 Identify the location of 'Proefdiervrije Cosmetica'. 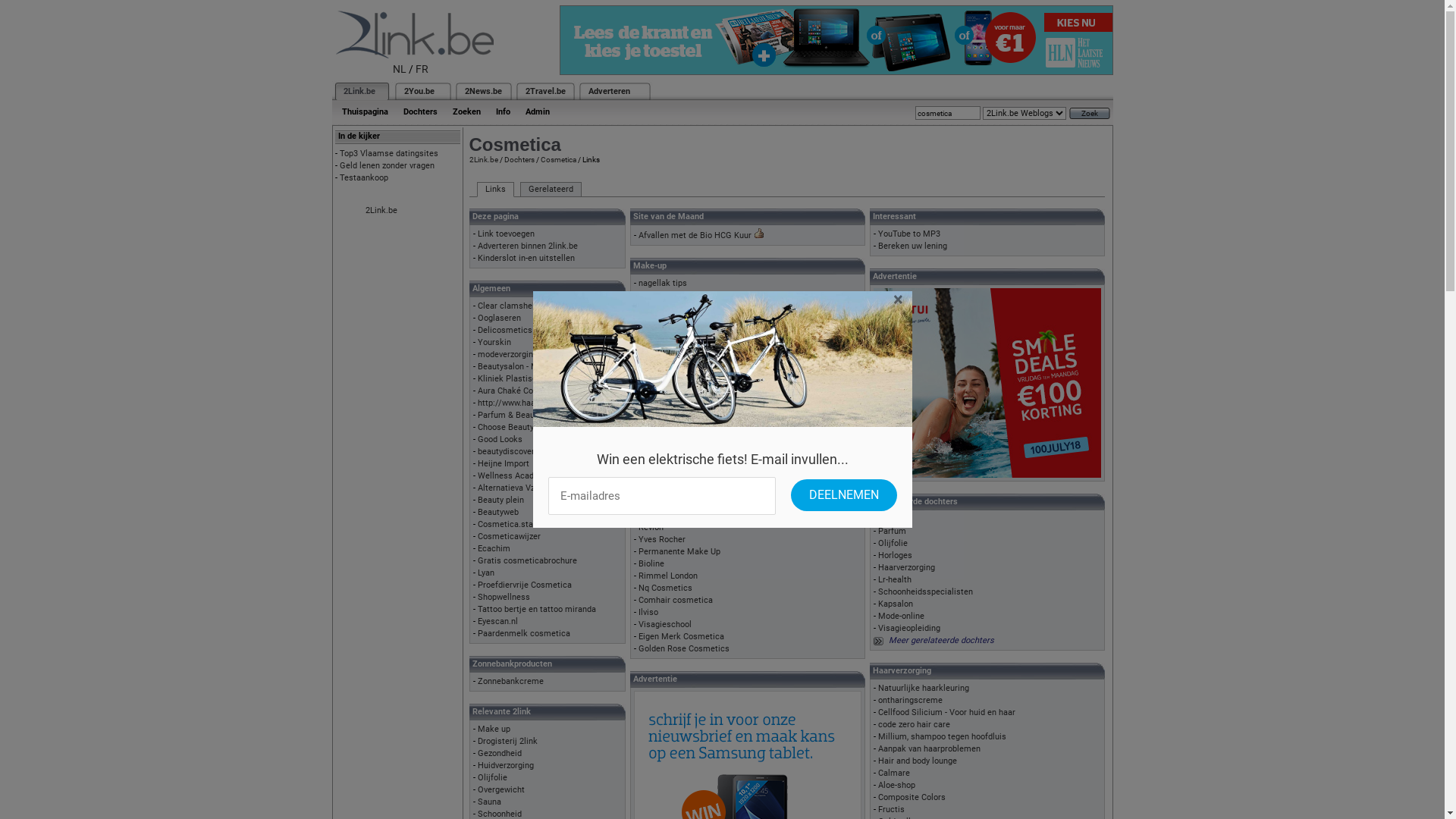
(524, 584).